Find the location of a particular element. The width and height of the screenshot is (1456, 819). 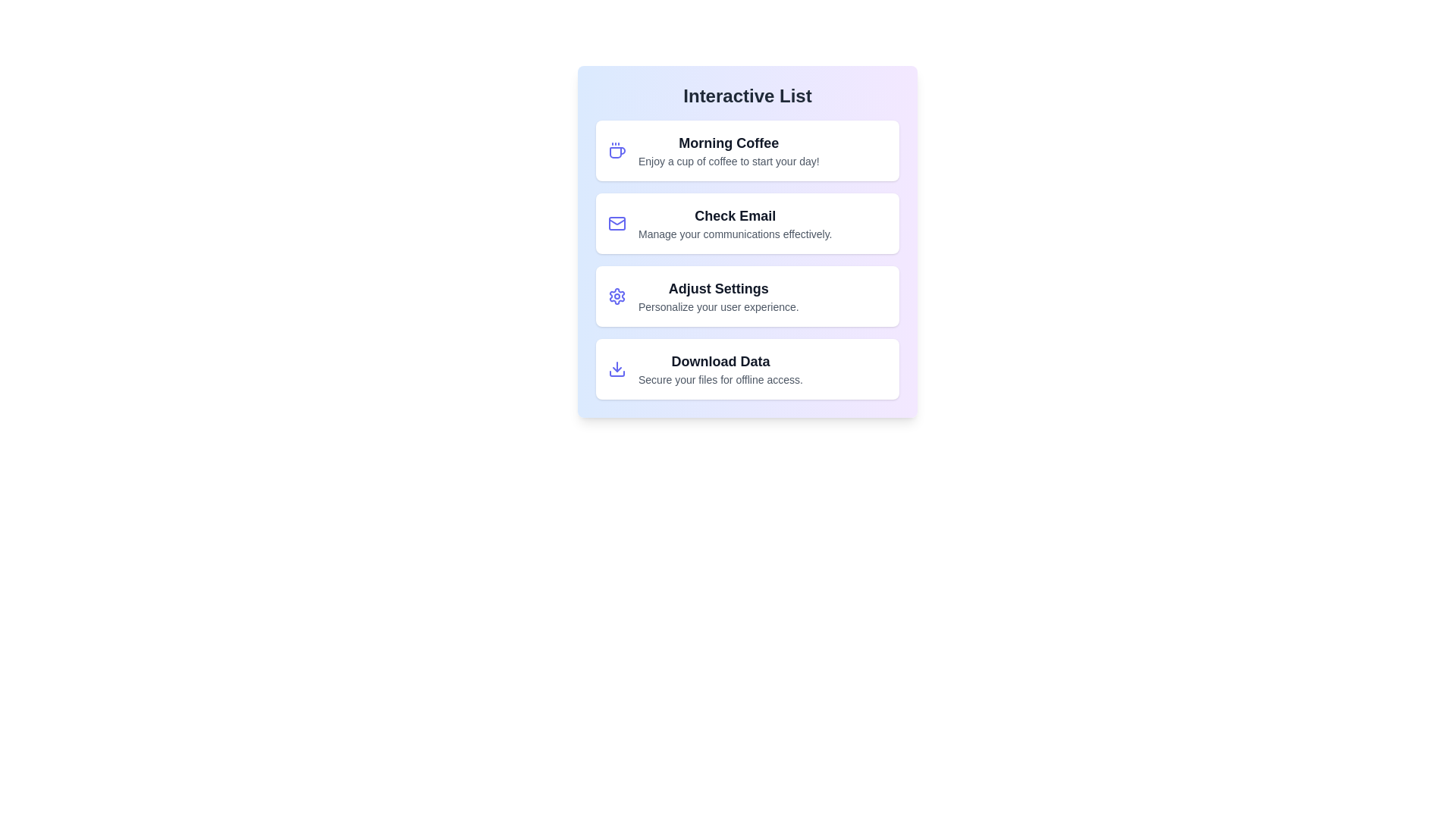

the icon associated with Check Email to inspect it is located at coordinates (617, 223).